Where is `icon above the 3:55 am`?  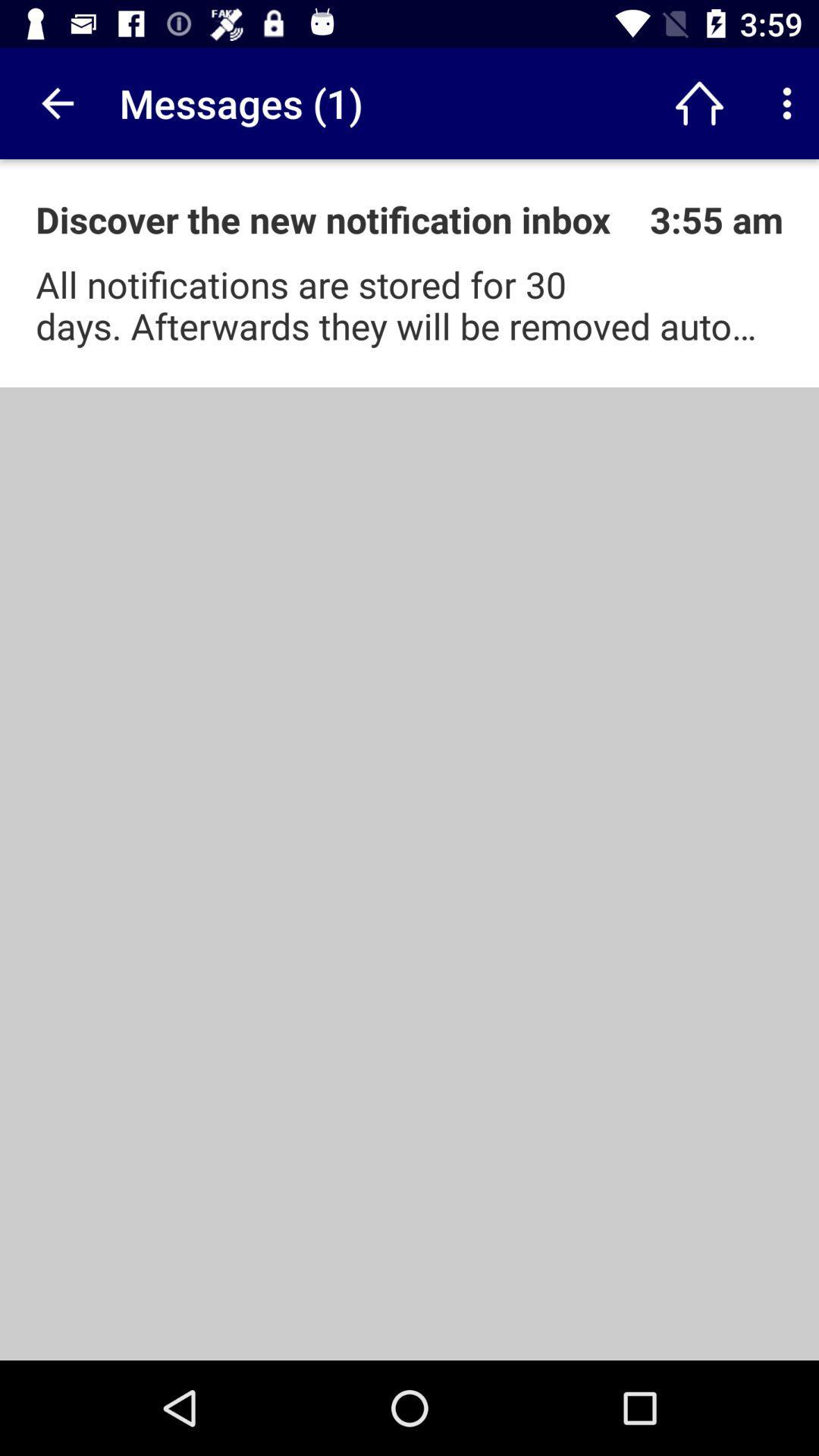
icon above the 3:55 am is located at coordinates (786, 102).